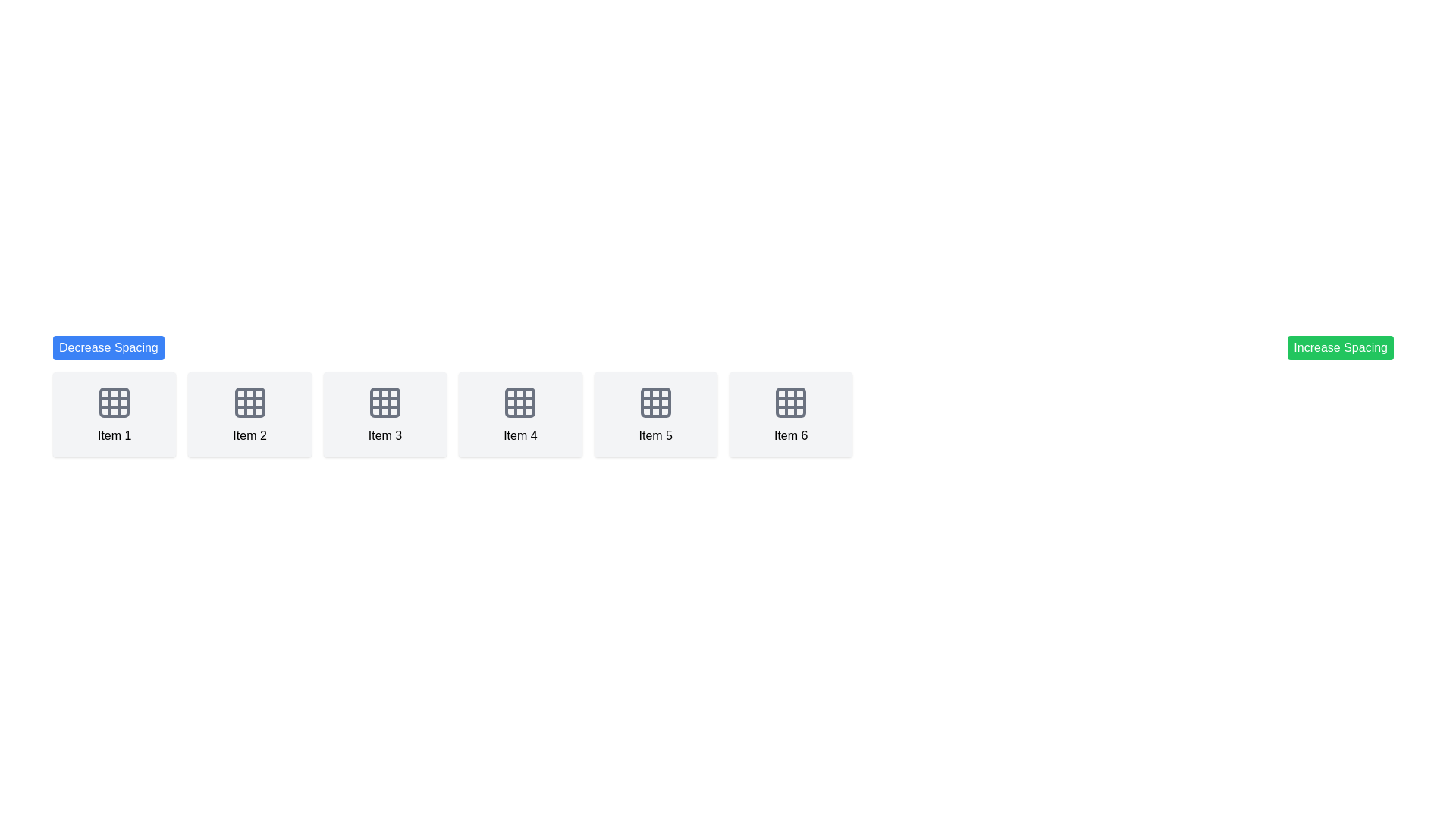 The image size is (1456, 819). What do you see at coordinates (655, 415) in the screenshot?
I see `the fifth item in the horizontally aligned grid list, which is a button-like grid item between 'Item 4' and 'Item 6'` at bounding box center [655, 415].